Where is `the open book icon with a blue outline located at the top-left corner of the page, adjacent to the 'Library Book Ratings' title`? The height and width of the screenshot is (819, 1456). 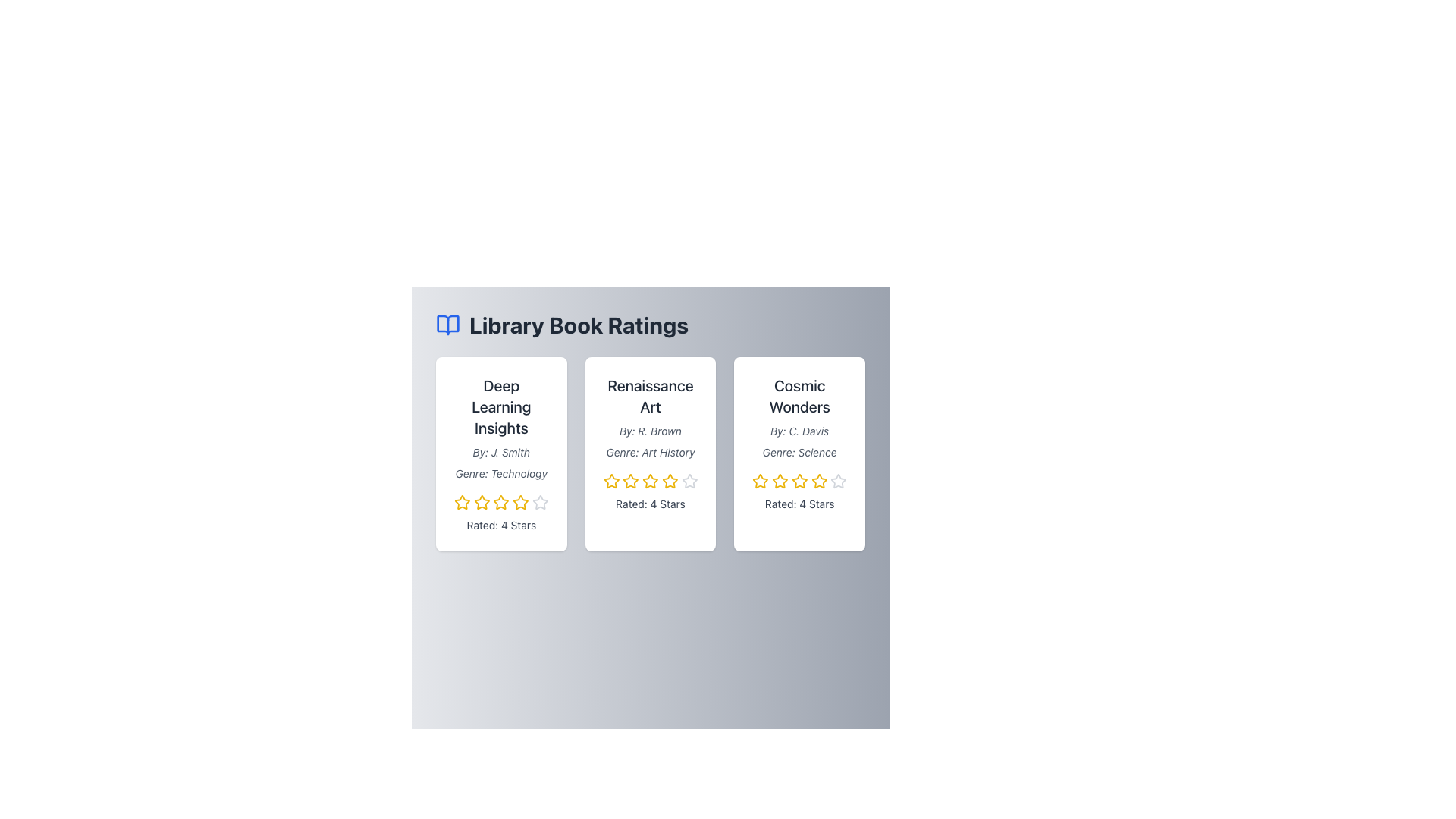
the open book icon with a blue outline located at the top-left corner of the page, adjacent to the 'Library Book Ratings' title is located at coordinates (447, 324).